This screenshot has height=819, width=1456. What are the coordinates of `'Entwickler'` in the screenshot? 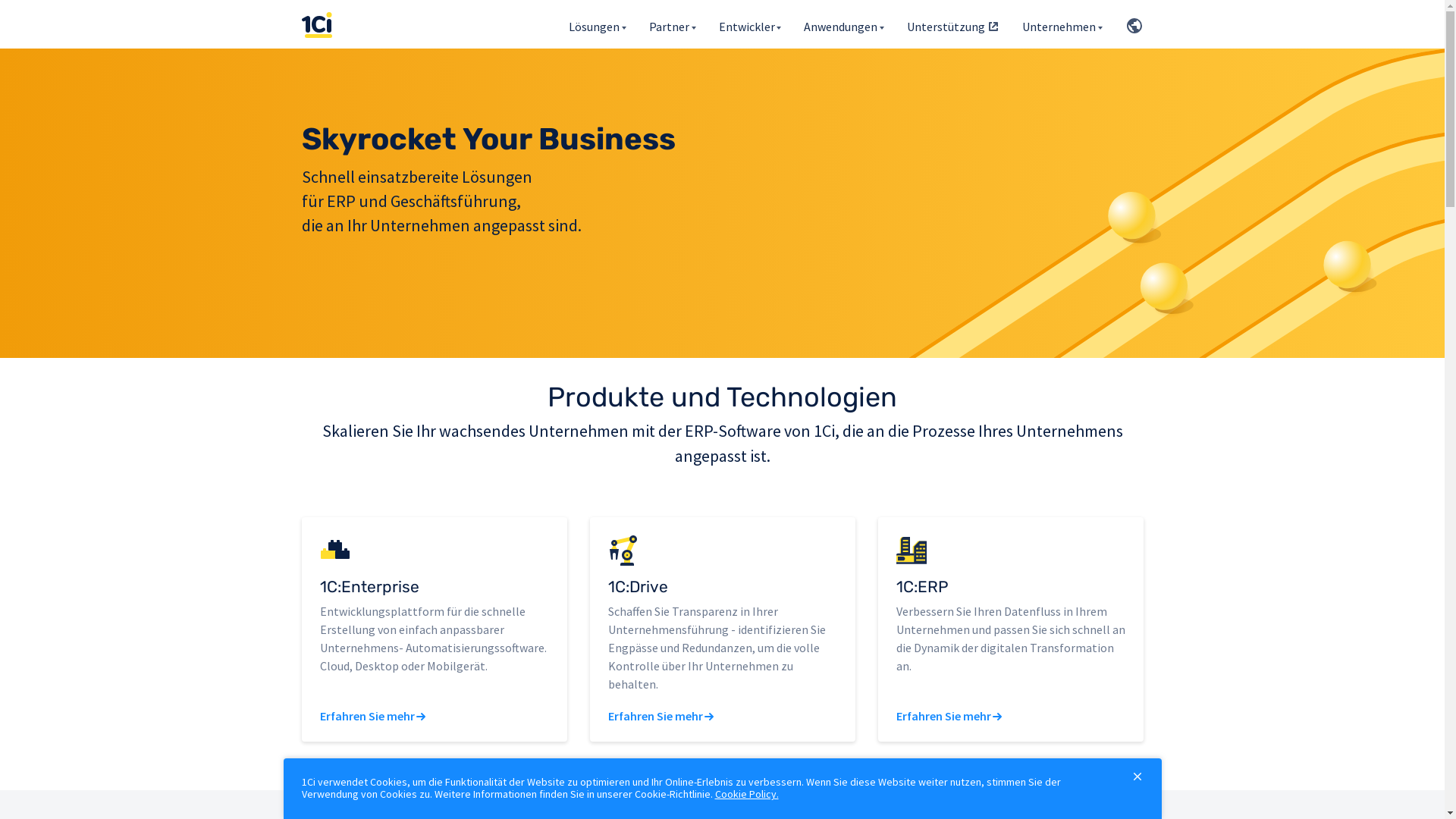 It's located at (750, 24).